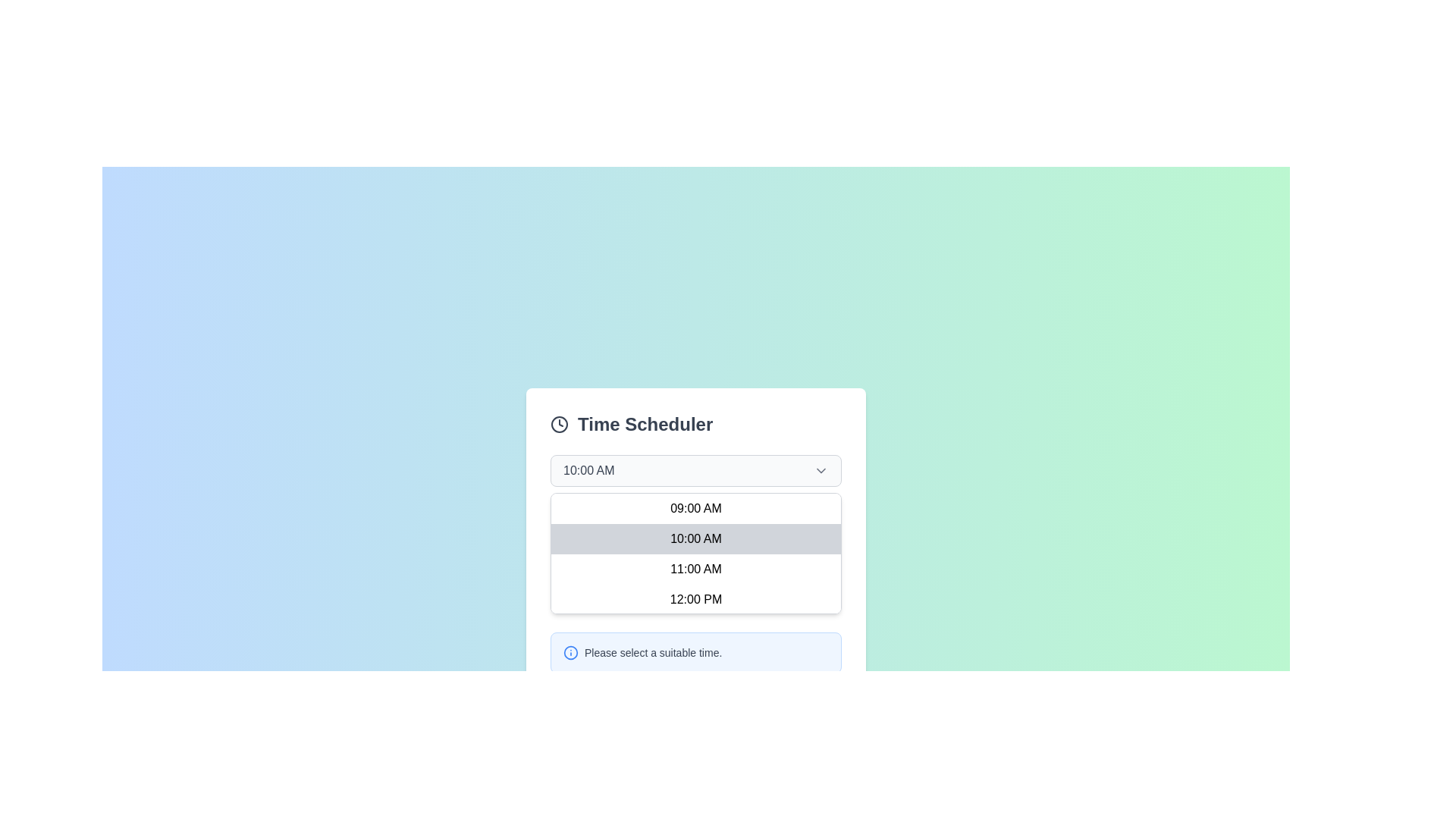 The width and height of the screenshot is (1456, 819). Describe the element at coordinates (695, 509) in the screenshot. I see `the '09:00 AM' option in the time scheduler dropdown menu` at that location.